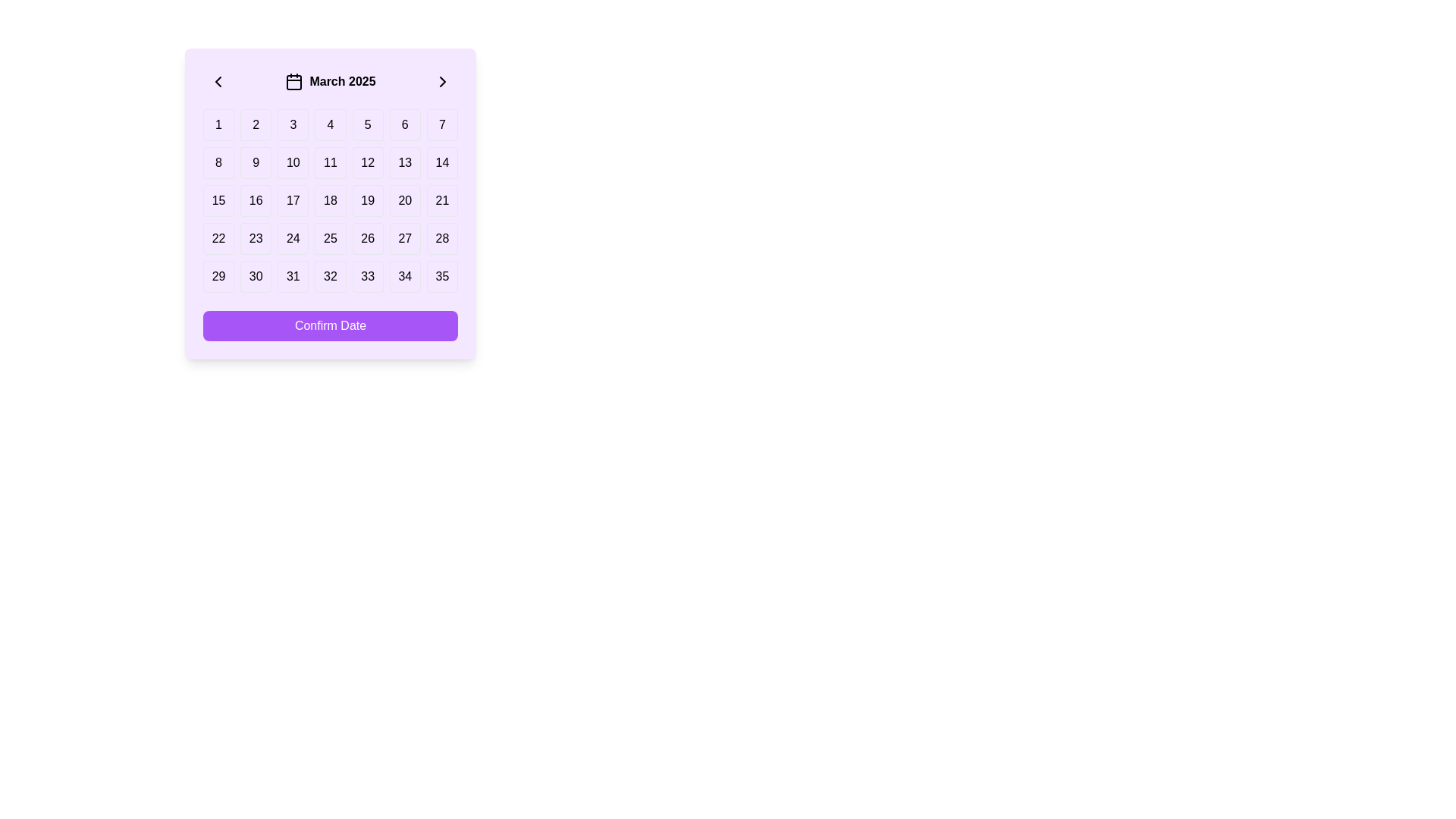 The height and width of the screenshot is (819, 1456). What do you see at coordinates (218, 124) in the screenshot?
I see `the small rectangular button with rounded corners and centered black text displaying the number '1'` at bounding box center [218, 124].